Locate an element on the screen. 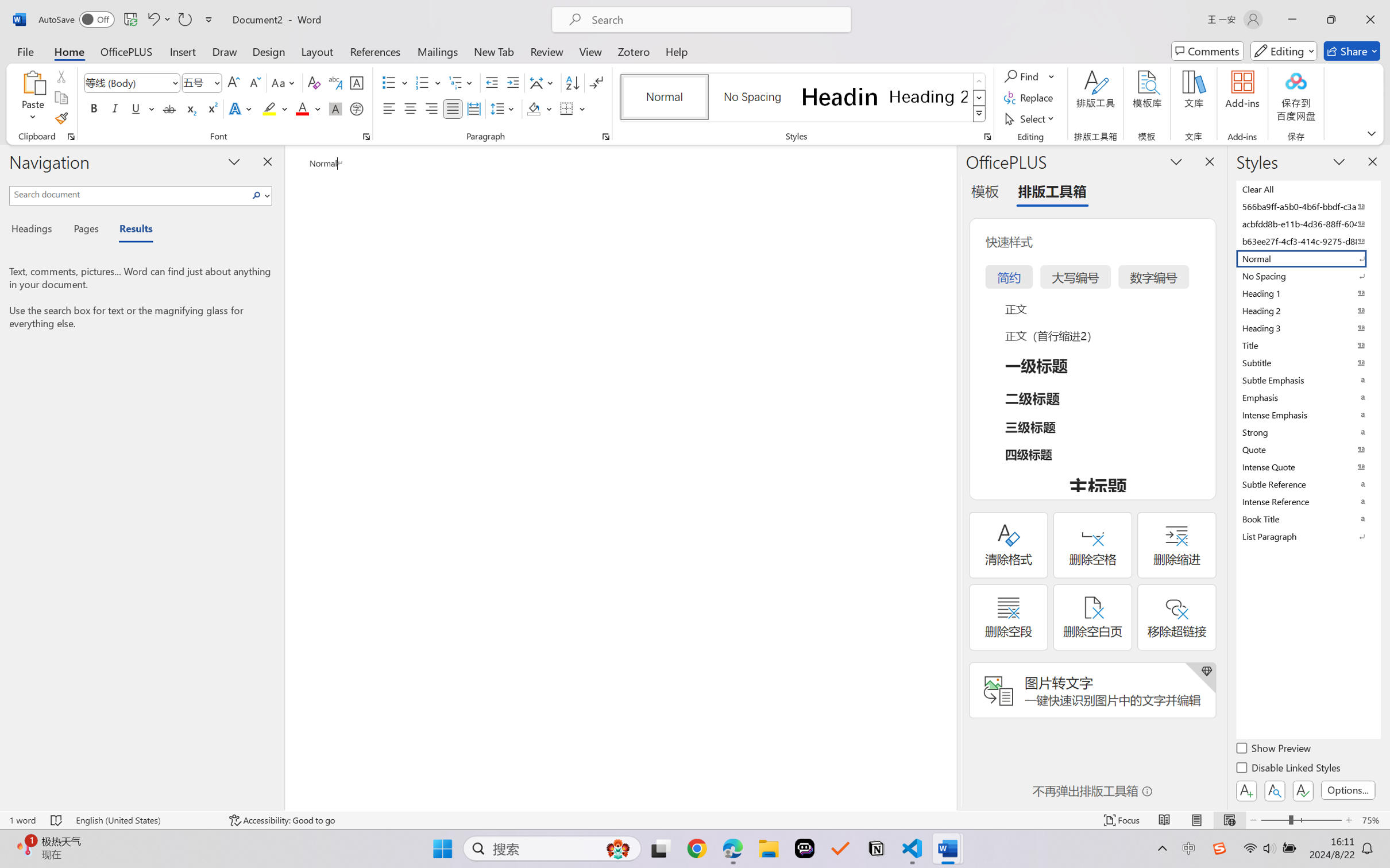 This screenshot has height=868, width=1390. 'Shading RGB(0, 0, 0)' is located at coordinates (533, 108).